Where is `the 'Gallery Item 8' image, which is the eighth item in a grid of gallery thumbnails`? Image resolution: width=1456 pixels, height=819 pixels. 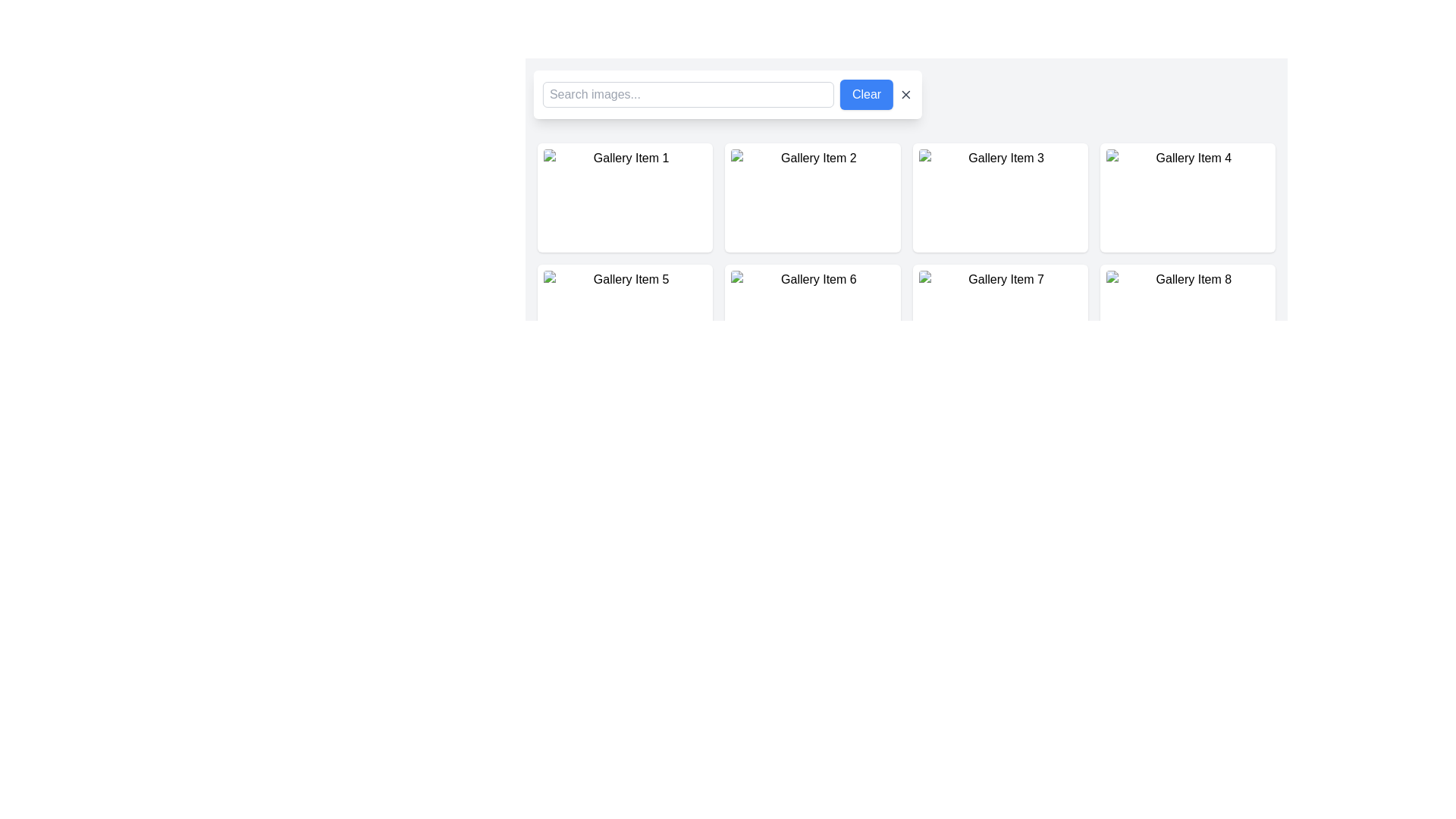
the 'Gallery Item 8' image, which is the eighth item in a grid of gallery thumbnails is located at coordinates (1187, 318).